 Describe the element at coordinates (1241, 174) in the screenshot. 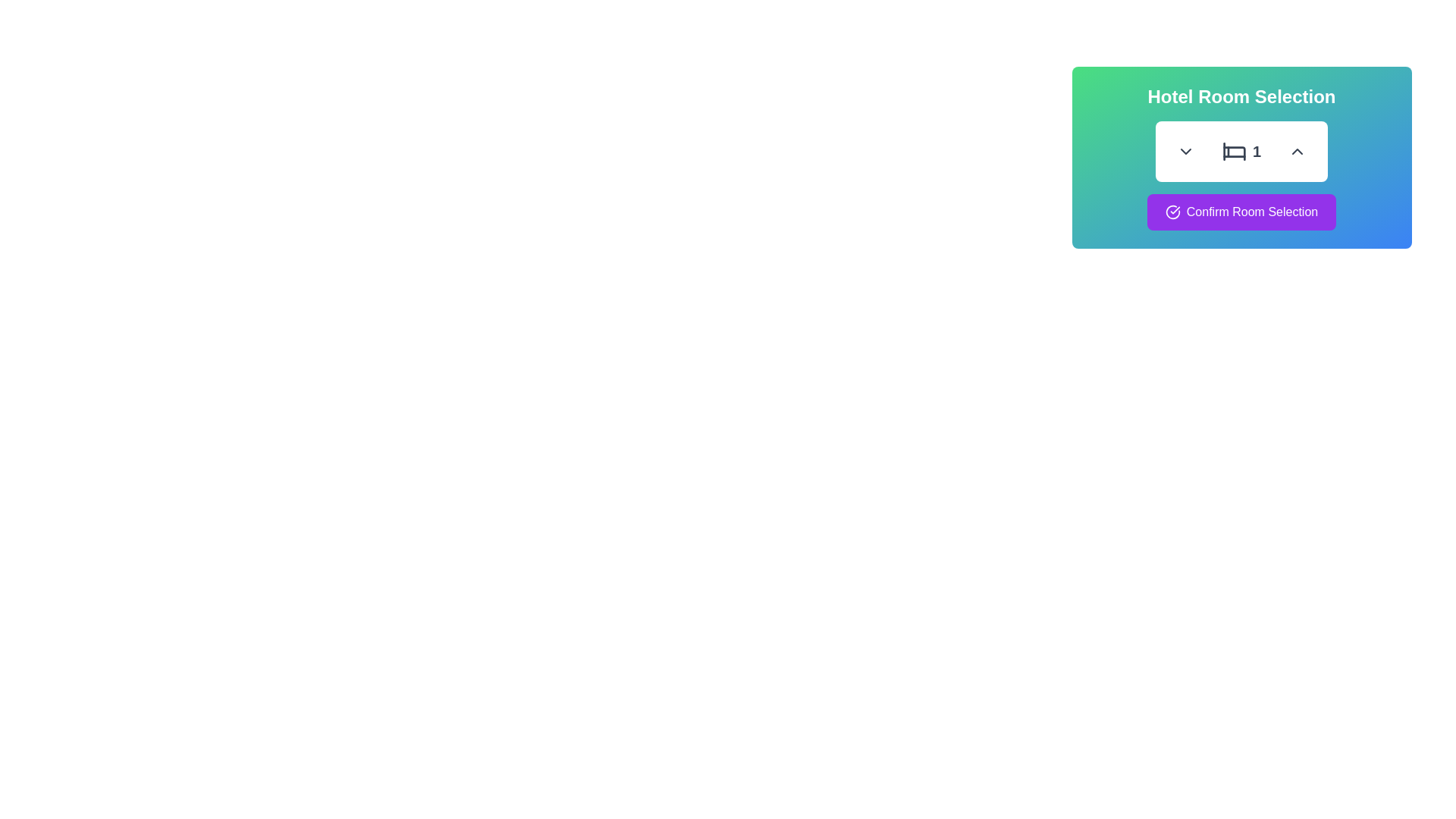

I see `the stepper control component used for selecting the number of rooms, which features arrows on either side and a bed icon in the center` at that location.